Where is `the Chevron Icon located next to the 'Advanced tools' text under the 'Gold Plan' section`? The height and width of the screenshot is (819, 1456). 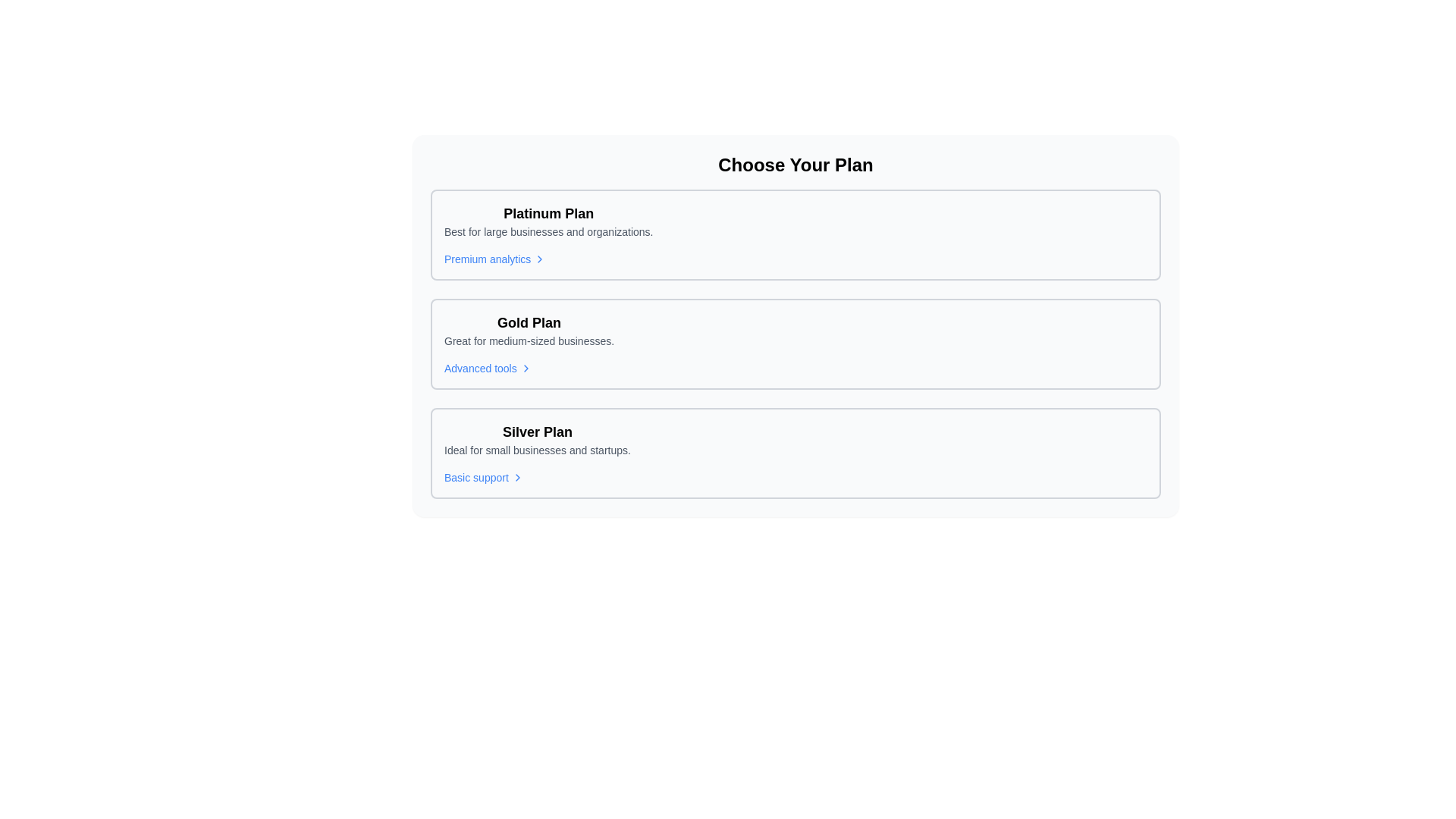
the Chevron Icon located next to the 'Advanced tools' text under the 'Gold Plan' section is located at coordinates (526, 369).